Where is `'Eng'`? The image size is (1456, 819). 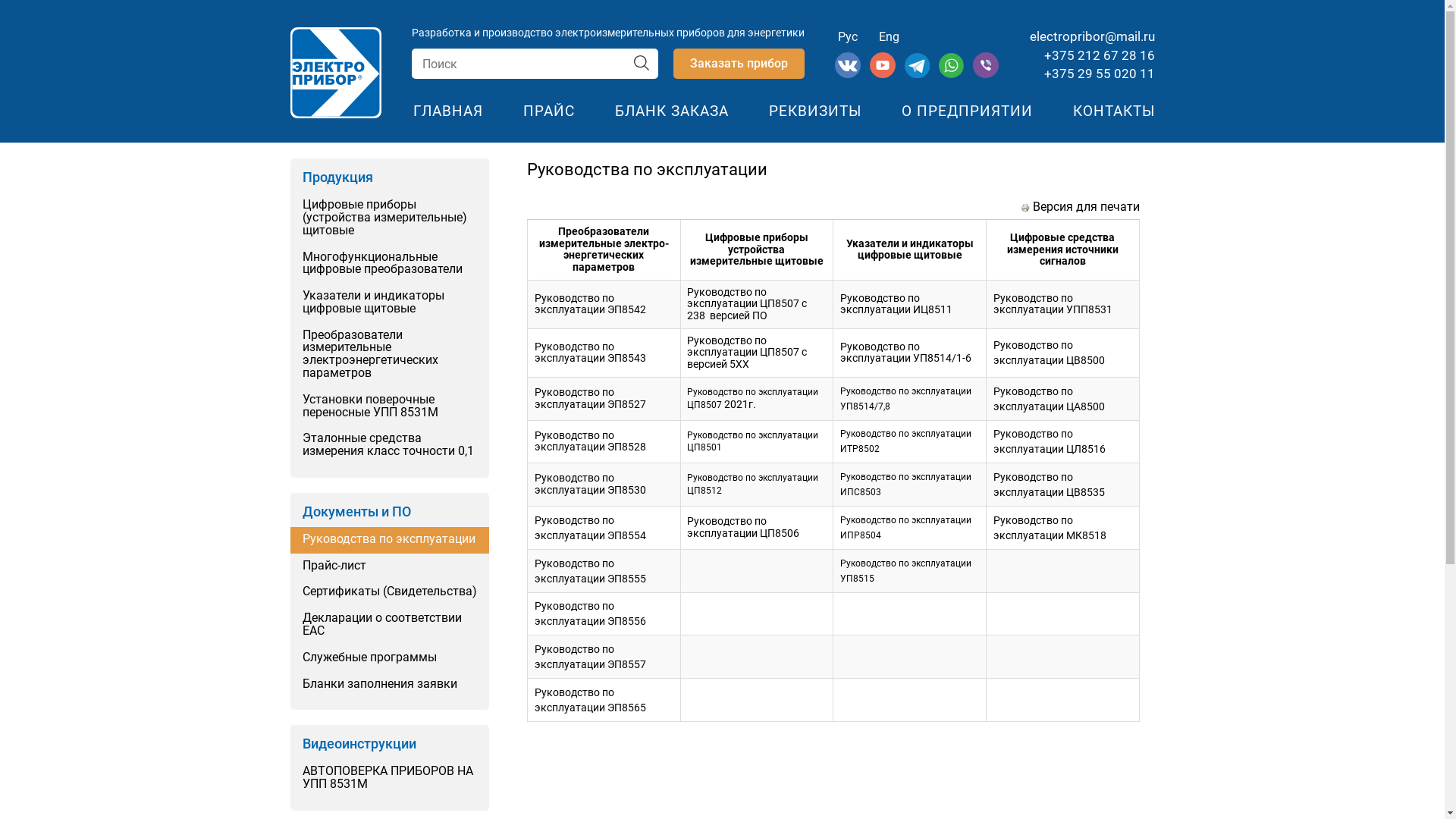 'Eng' is located at coordinates (889, 36).